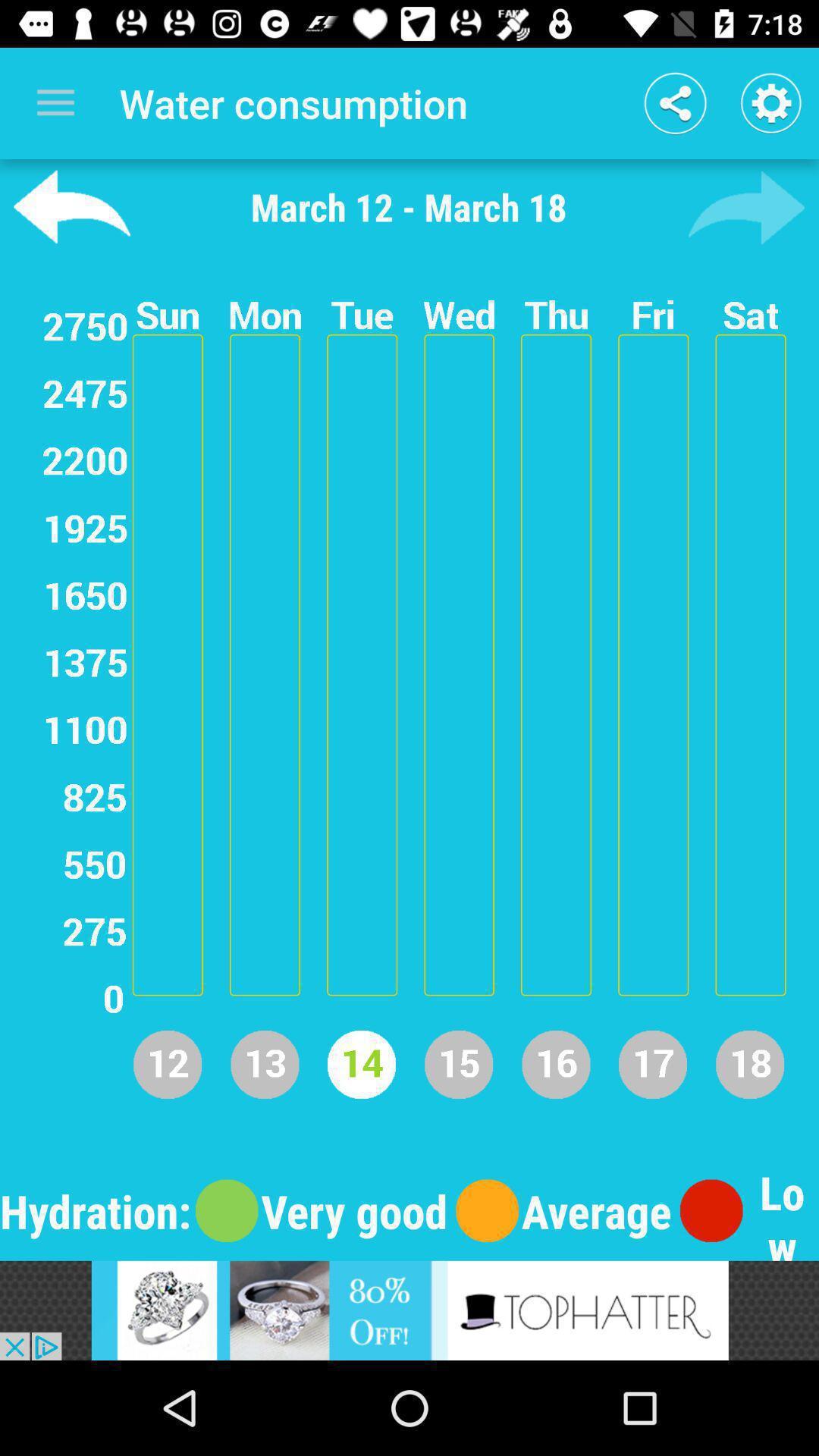  I want to click on go back, so click(71, 206).